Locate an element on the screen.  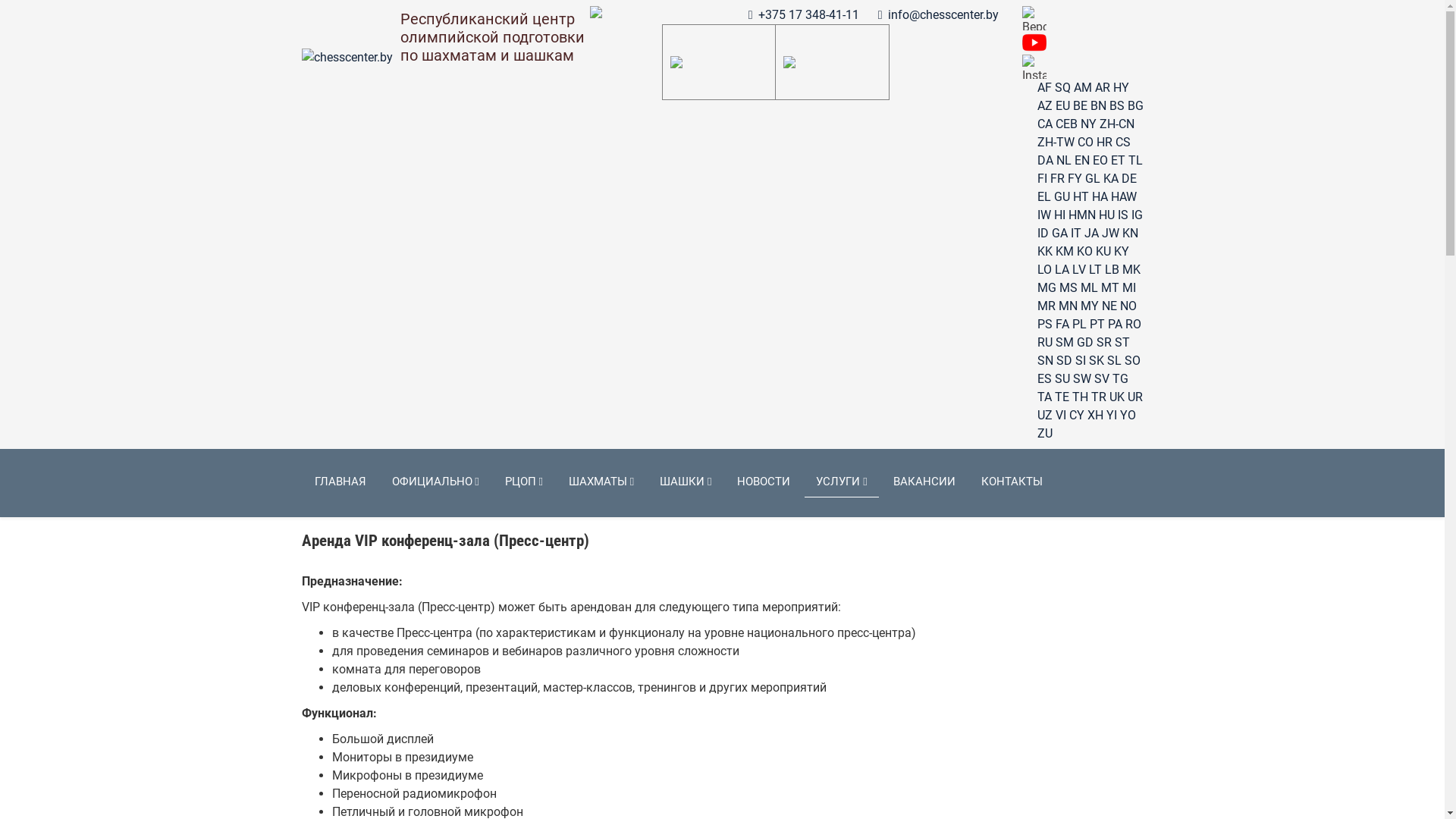
'ZU' is located at coordinates (1037, 433).